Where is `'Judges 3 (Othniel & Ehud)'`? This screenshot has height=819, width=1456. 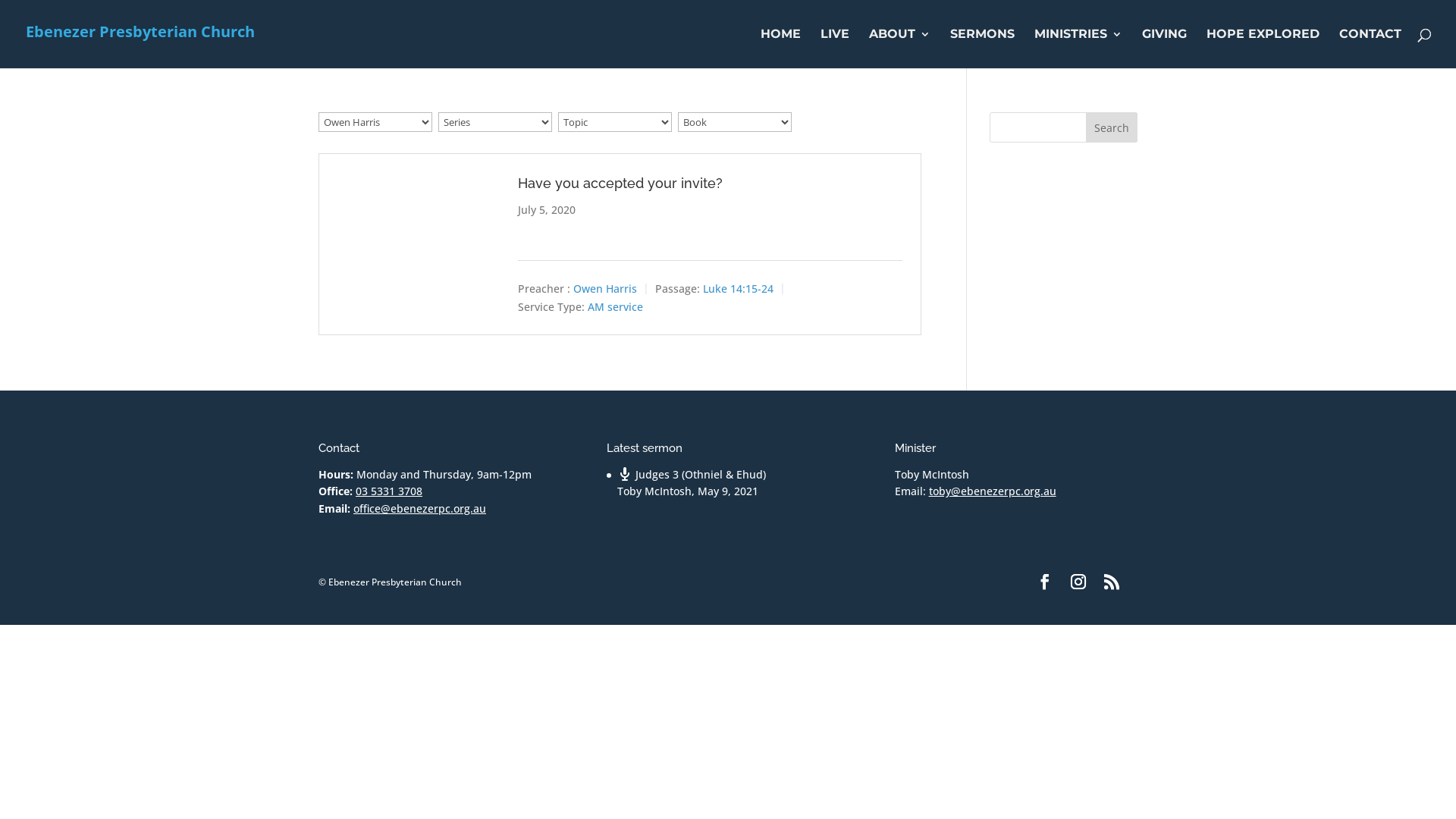 'Judges 3 (Othniel & Ehud)' is located at coordinates (617, 473).